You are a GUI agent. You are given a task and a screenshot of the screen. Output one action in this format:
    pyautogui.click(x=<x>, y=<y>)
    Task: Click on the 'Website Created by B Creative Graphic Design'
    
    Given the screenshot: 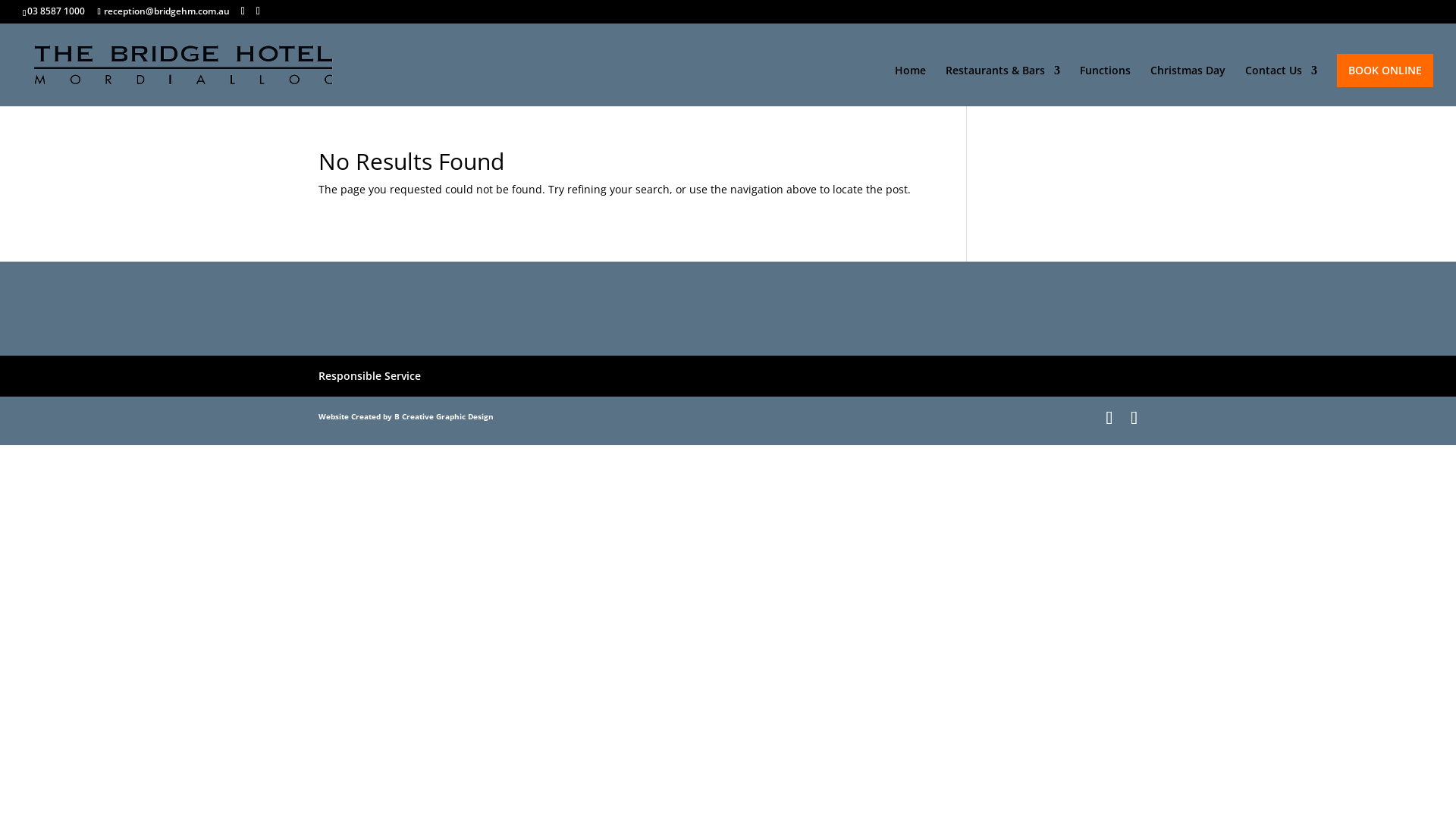 What is the action you would take?
    pyautogui.click(x=406, y=416)
    